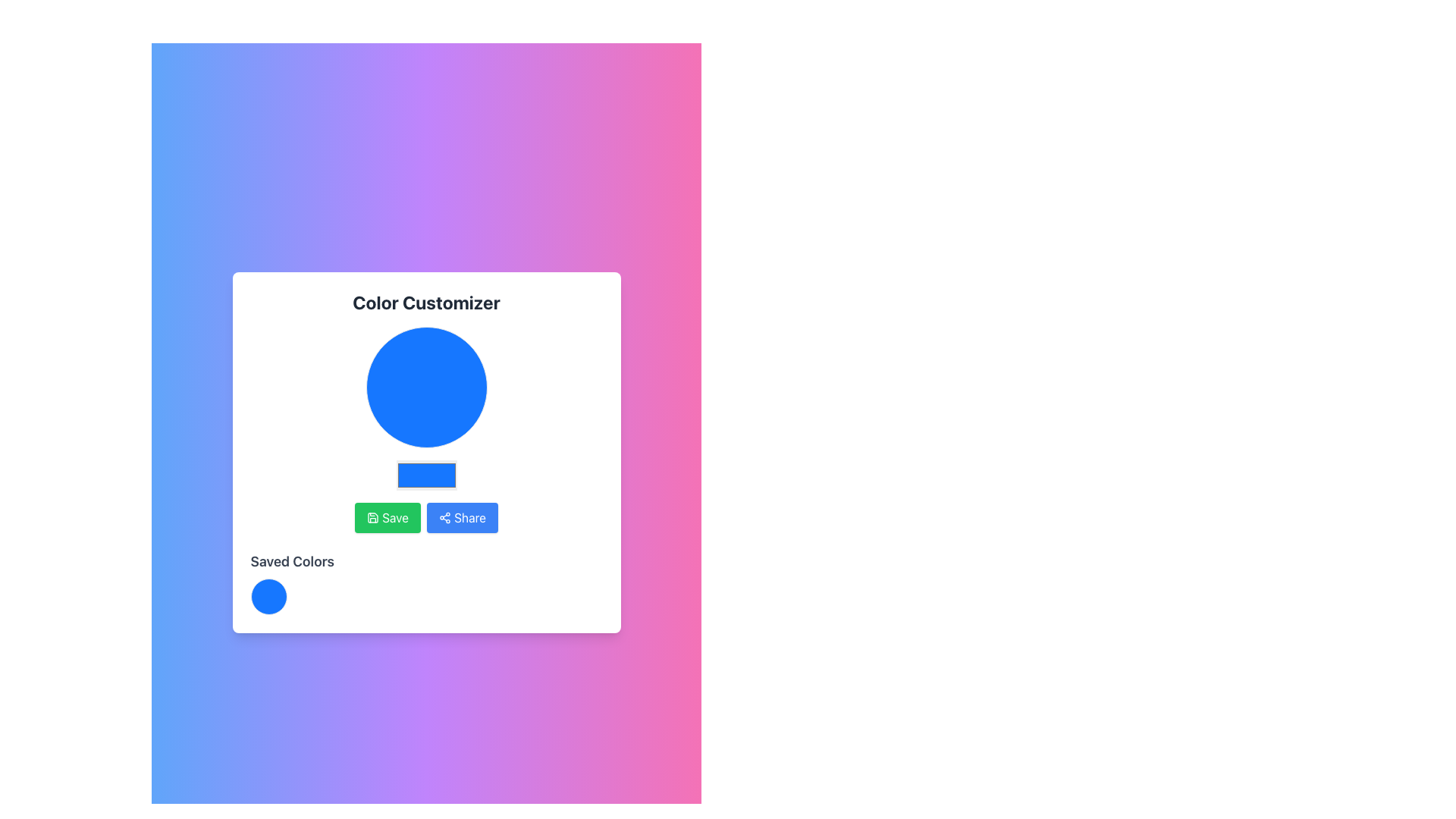 This screenshot has height=819, width=1456. What do you see at coordinates (444, 516) in the screenshot?
I see `the share icon located within the blue 'Share' button, which is to the right of the 'Save' button` at bounding box center [444, 516].